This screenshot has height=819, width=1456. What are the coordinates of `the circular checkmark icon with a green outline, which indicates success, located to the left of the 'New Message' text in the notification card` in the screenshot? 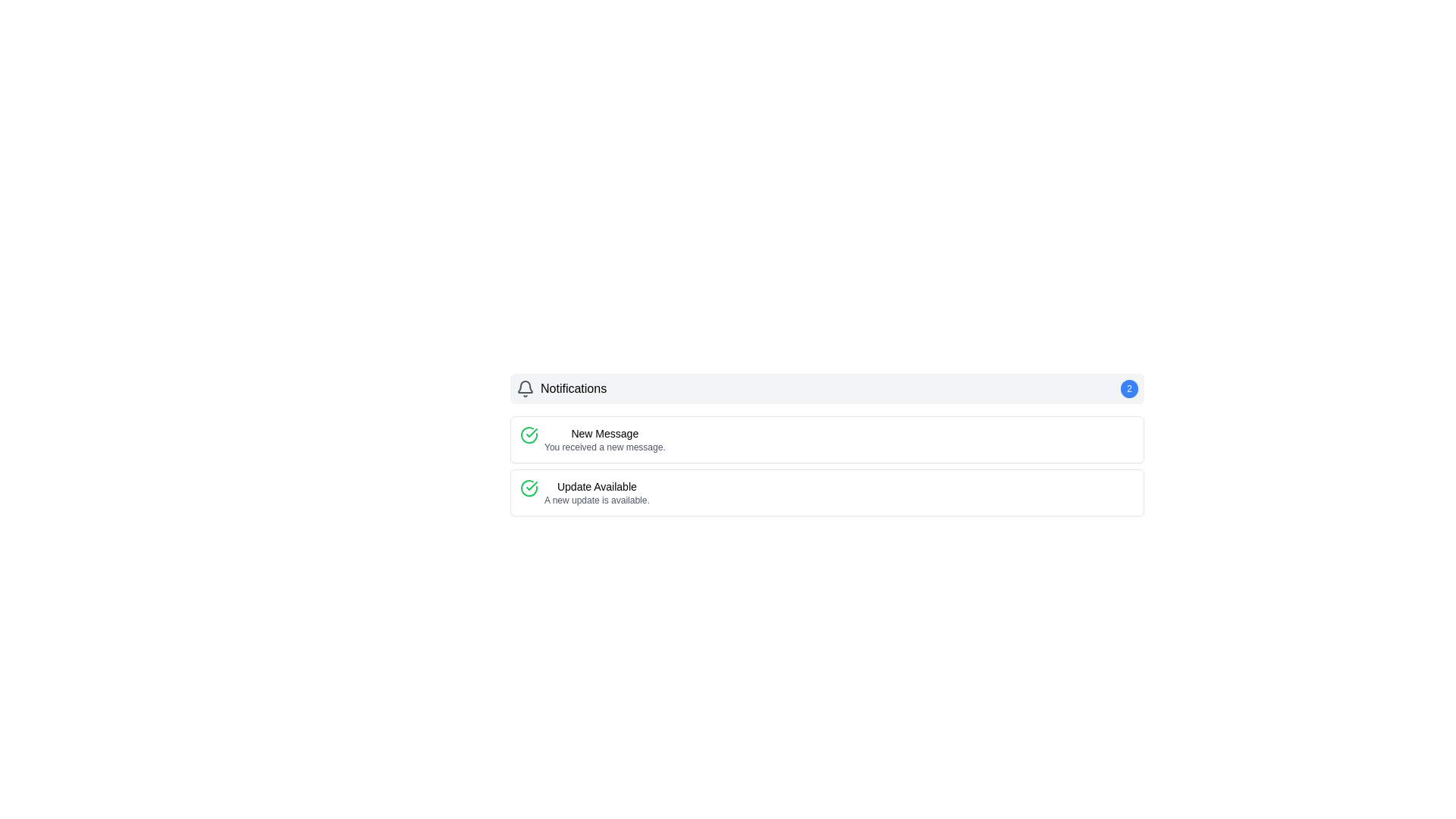 It's located at (529, 435).